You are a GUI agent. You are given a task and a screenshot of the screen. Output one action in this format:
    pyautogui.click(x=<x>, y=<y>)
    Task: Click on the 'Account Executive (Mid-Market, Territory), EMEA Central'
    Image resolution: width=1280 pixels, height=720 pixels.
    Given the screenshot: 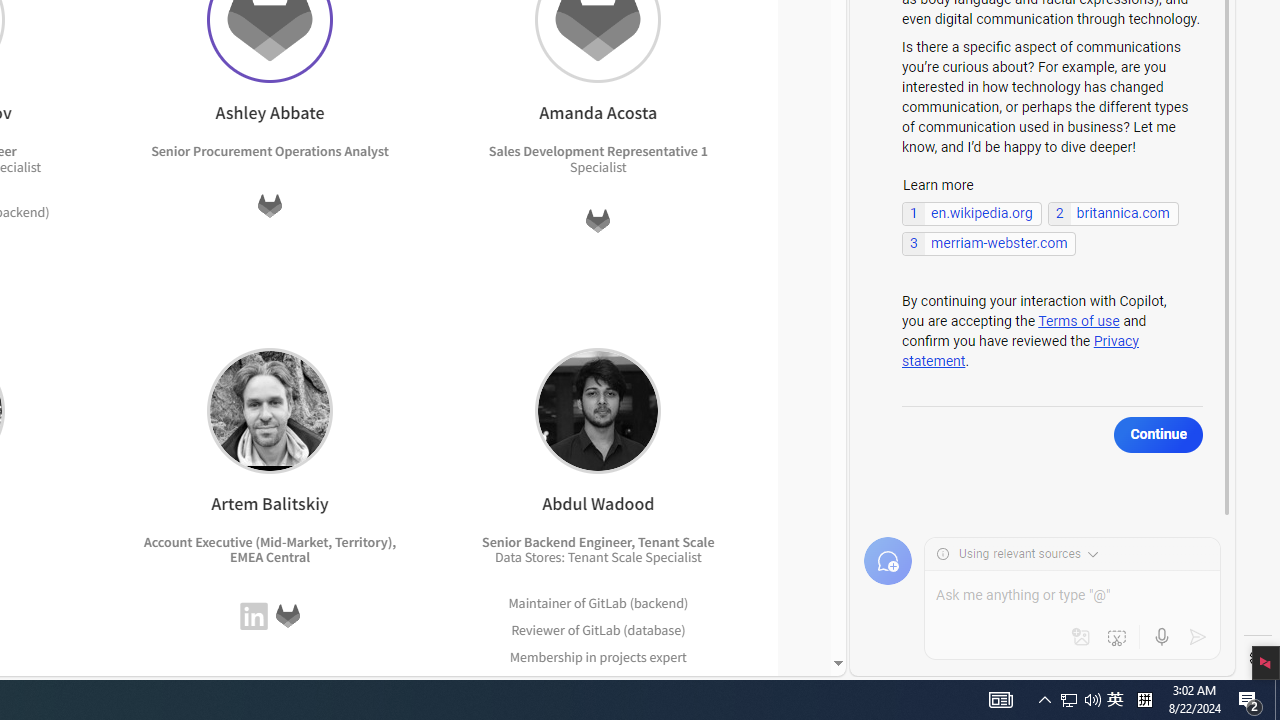 What is the action you would take?
    pyautogui.click(x=269, y=549)
    